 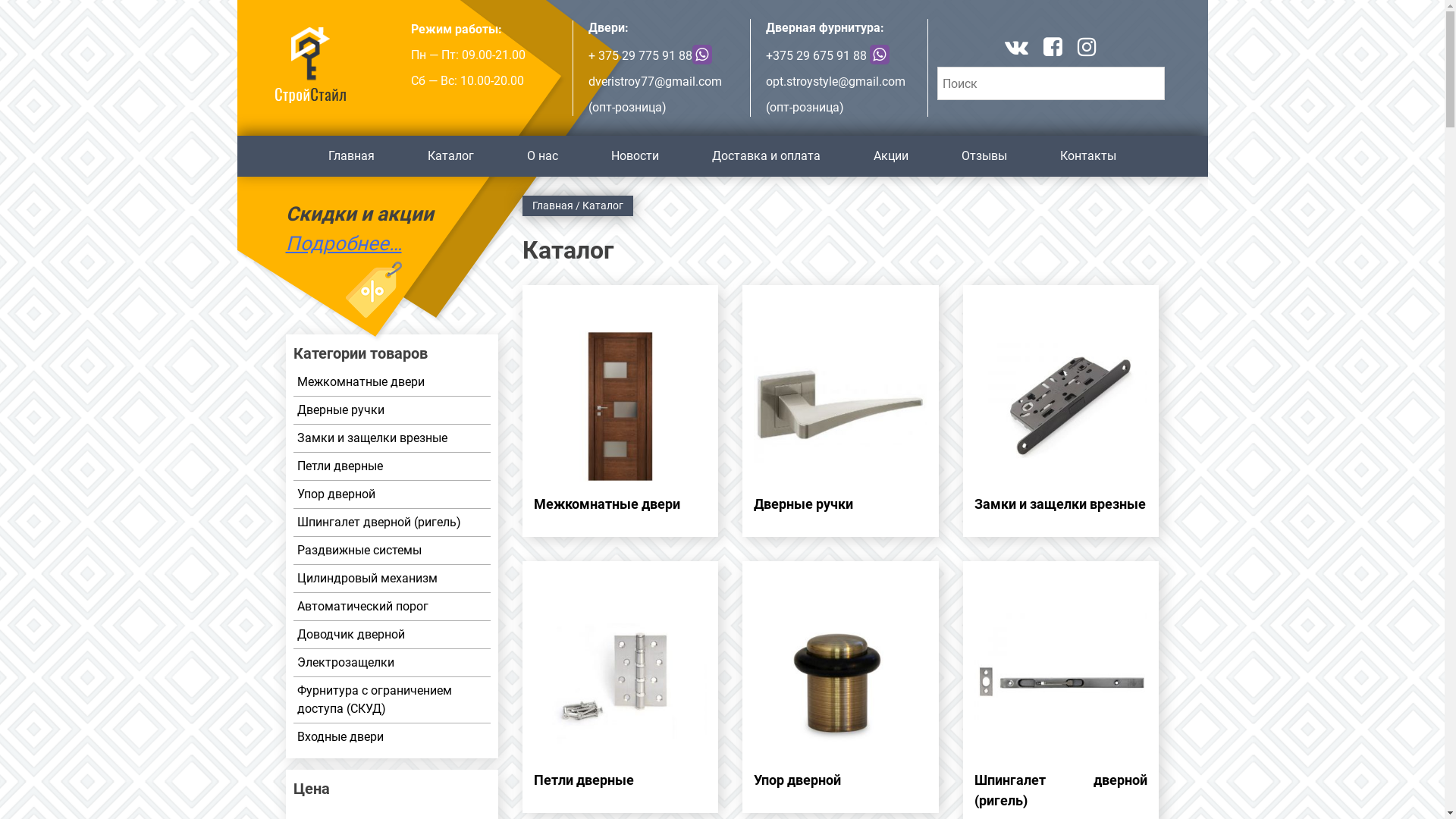 What do you see at coordinates (1086, 49) in the screenshot?
I see `'Instagram'` at bounding box center [1086, 49].